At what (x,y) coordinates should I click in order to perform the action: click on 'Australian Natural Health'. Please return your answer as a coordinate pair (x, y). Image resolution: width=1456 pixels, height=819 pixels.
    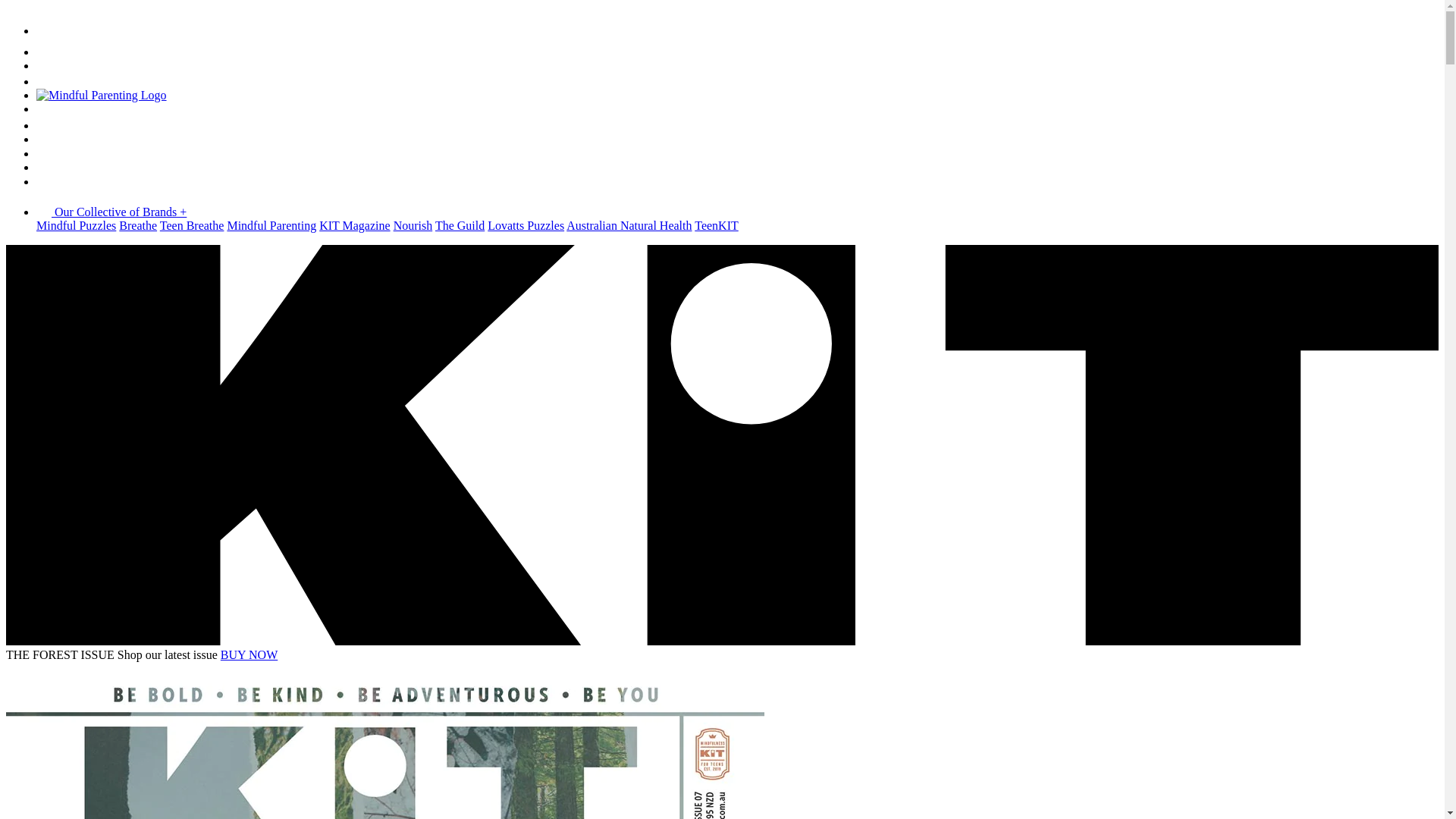
    Looking at the image, I should click on (629, 225).